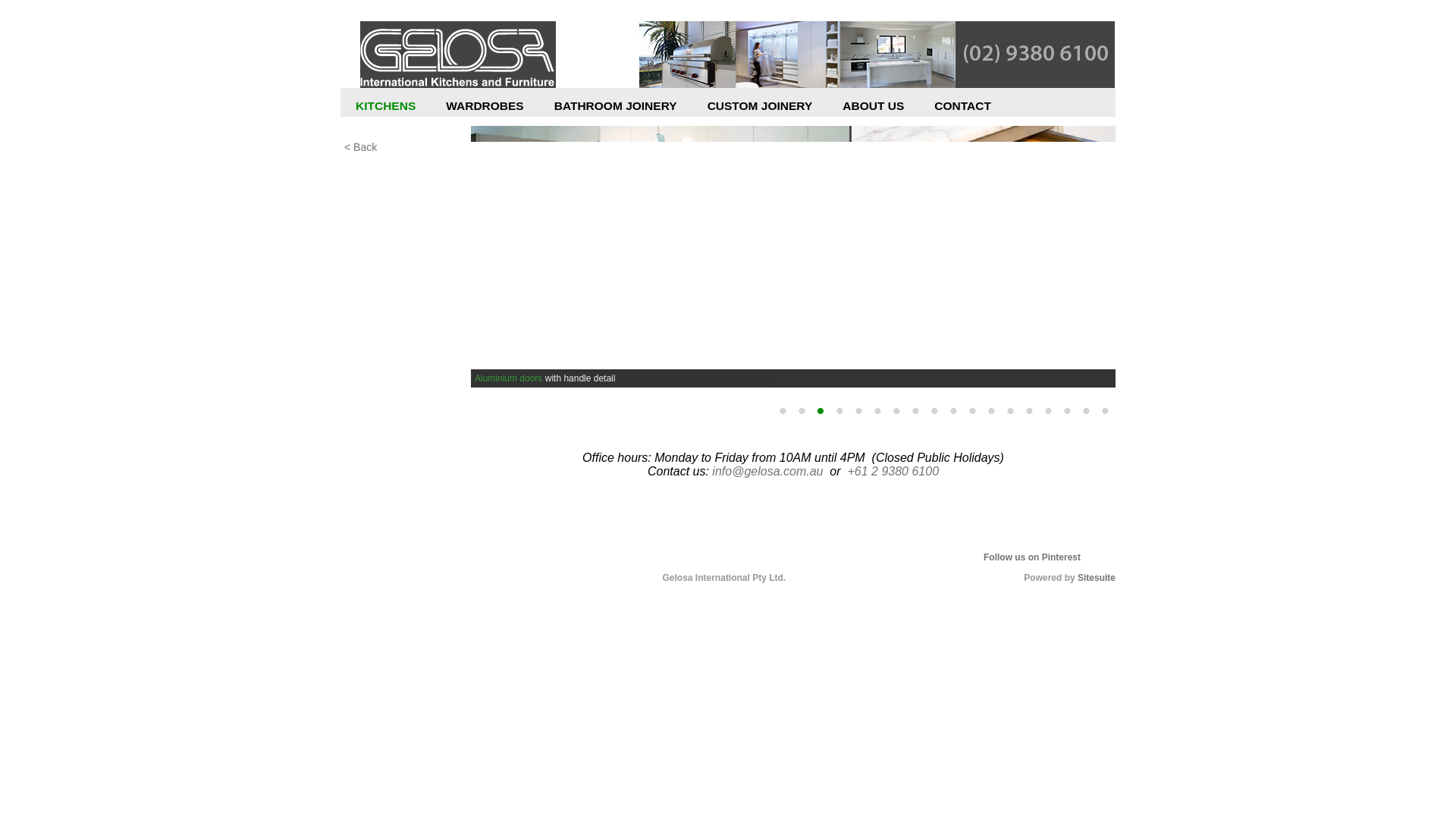  What do you see at coordinates (483, 109) in the screenshot?
I see `'WARDROBES'` at bounding box center [483, 109].